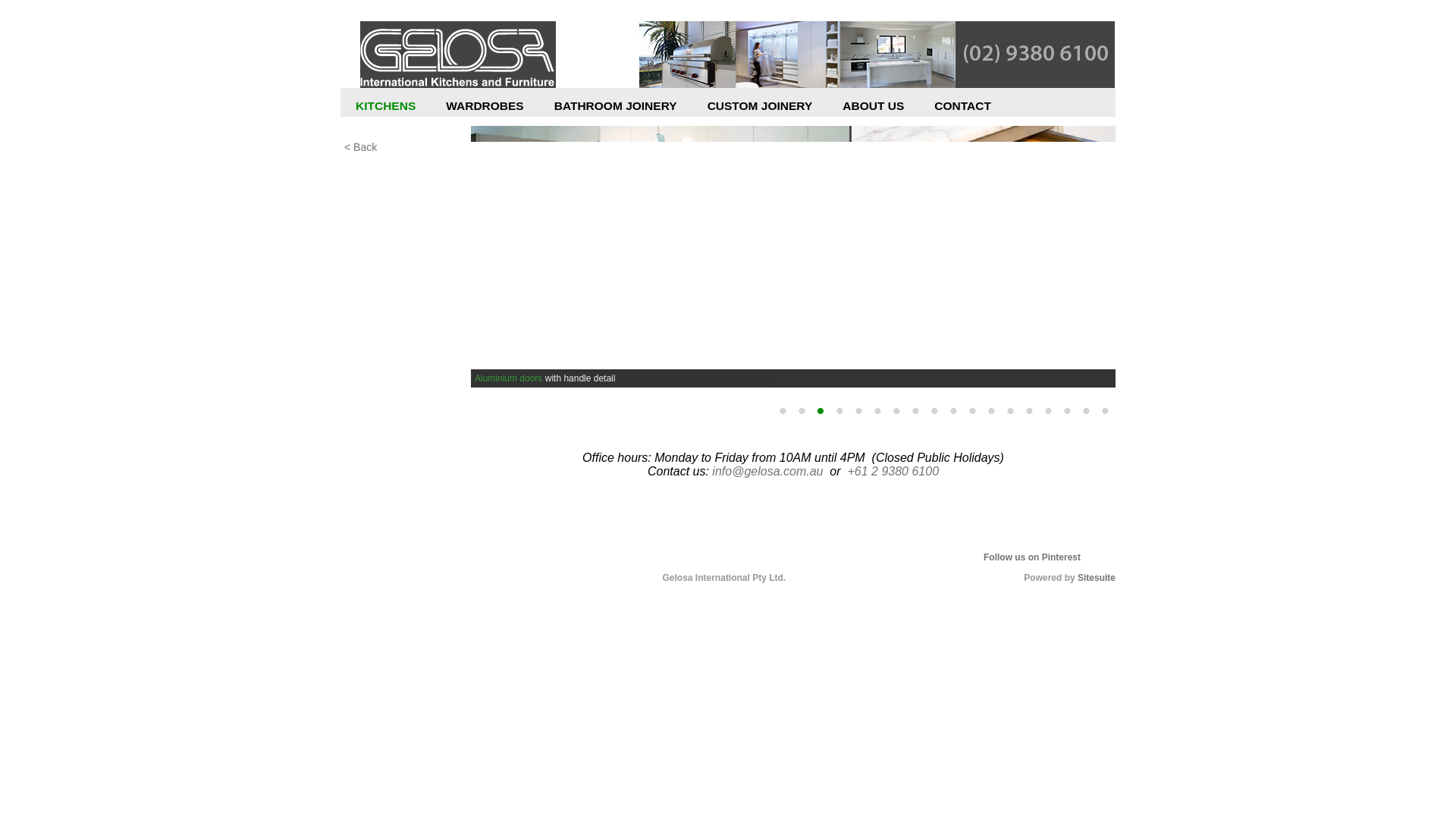  What do you see at coordinates (483, 109) in the screenshot?
I see `'WARDROBES'` at bounding box center [483, 109].